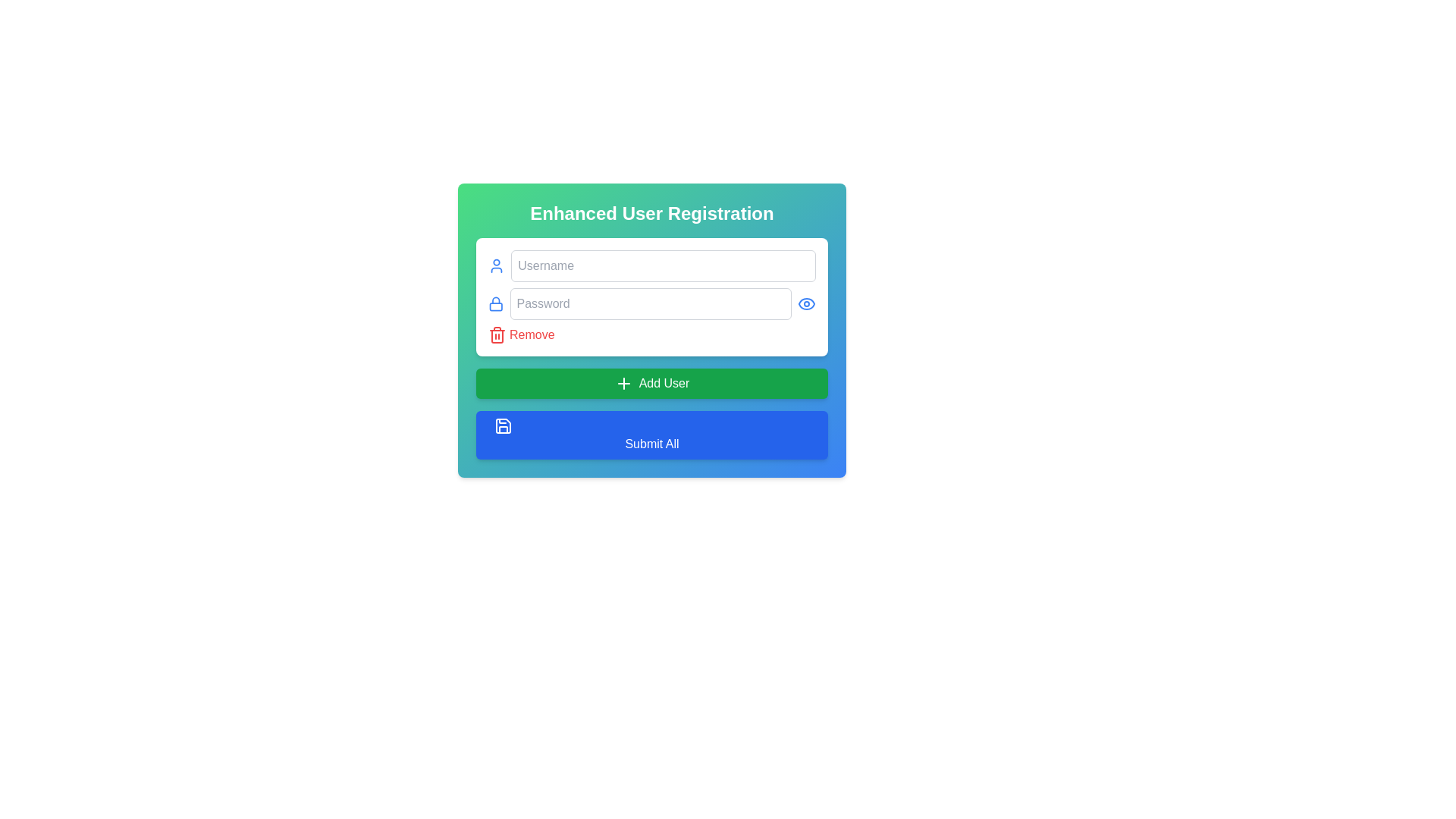 This screenshot has width=1456, height=819. I want to click on the 'Add User' button which has a plus sign icon, so click(623, 382).